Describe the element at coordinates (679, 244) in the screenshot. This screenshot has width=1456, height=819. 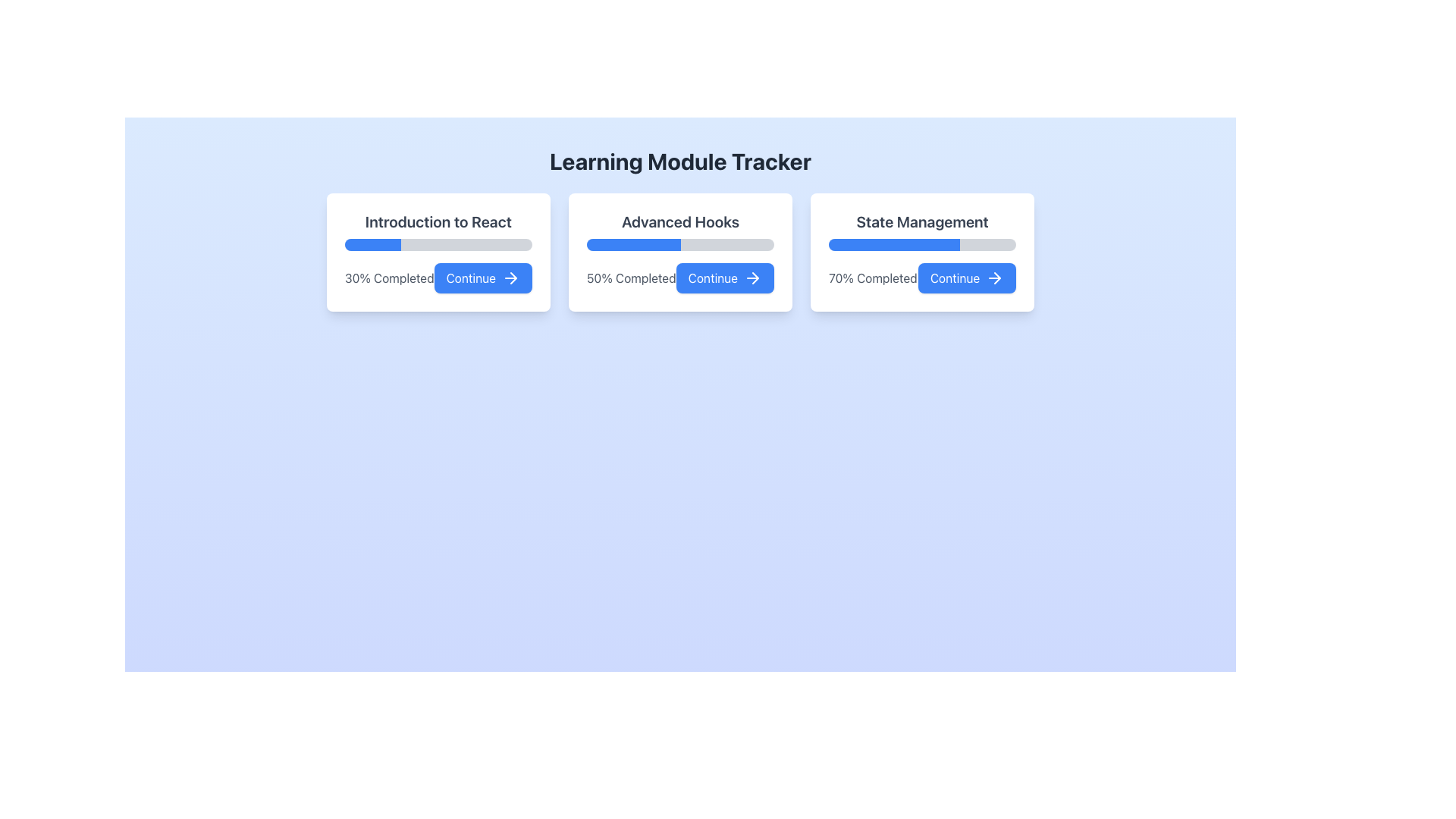
I see `the progress bar located within the 'Advanced Hooks' card, positioned directly below the title and above the '50% Completed' text` at that location.